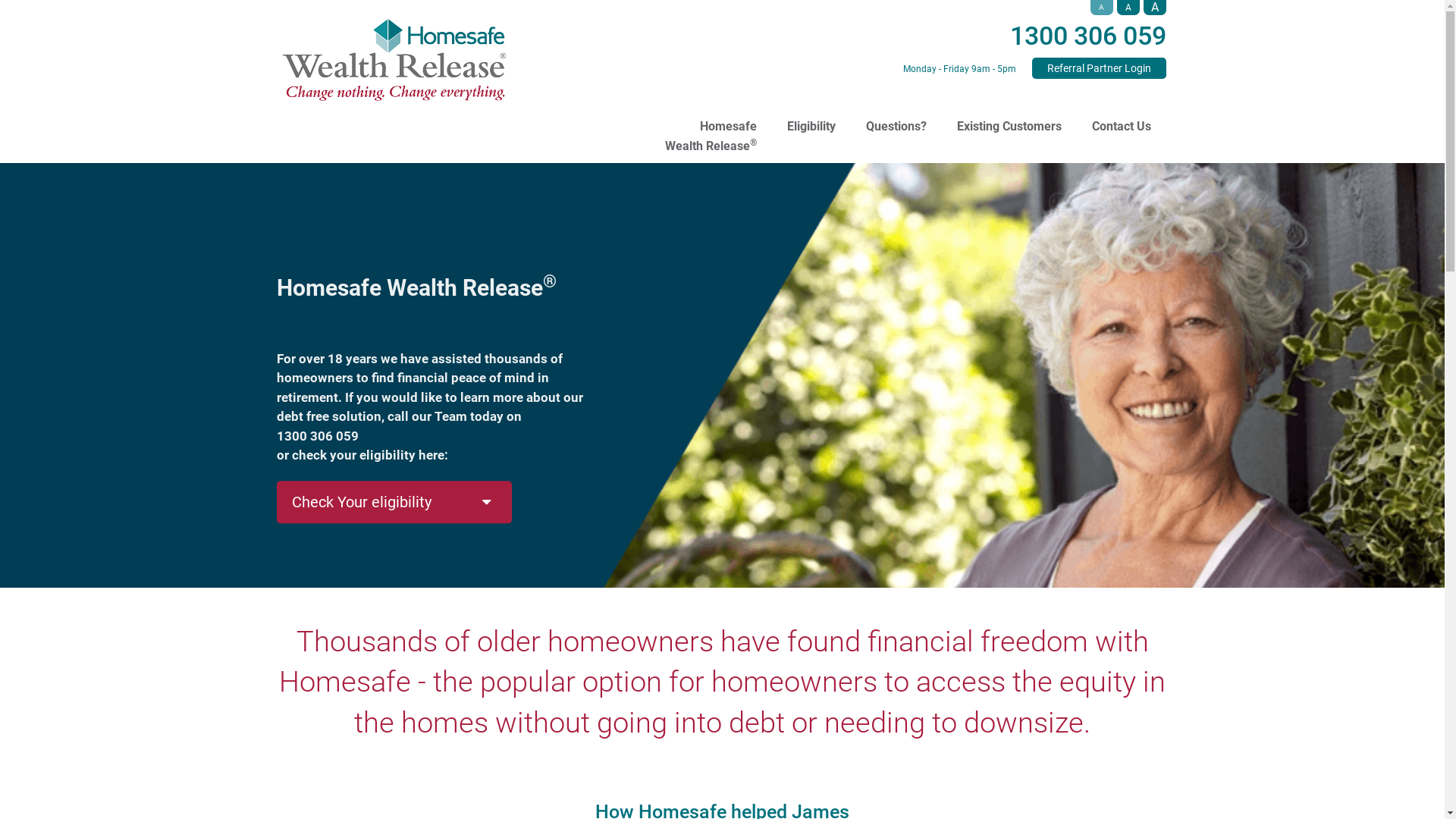 The height and width of the screenshot is (819, 1456). What do you see at coordinates (1153, 8) in the screenshot?
I see `'A'` at bounding box center [1153, 8].